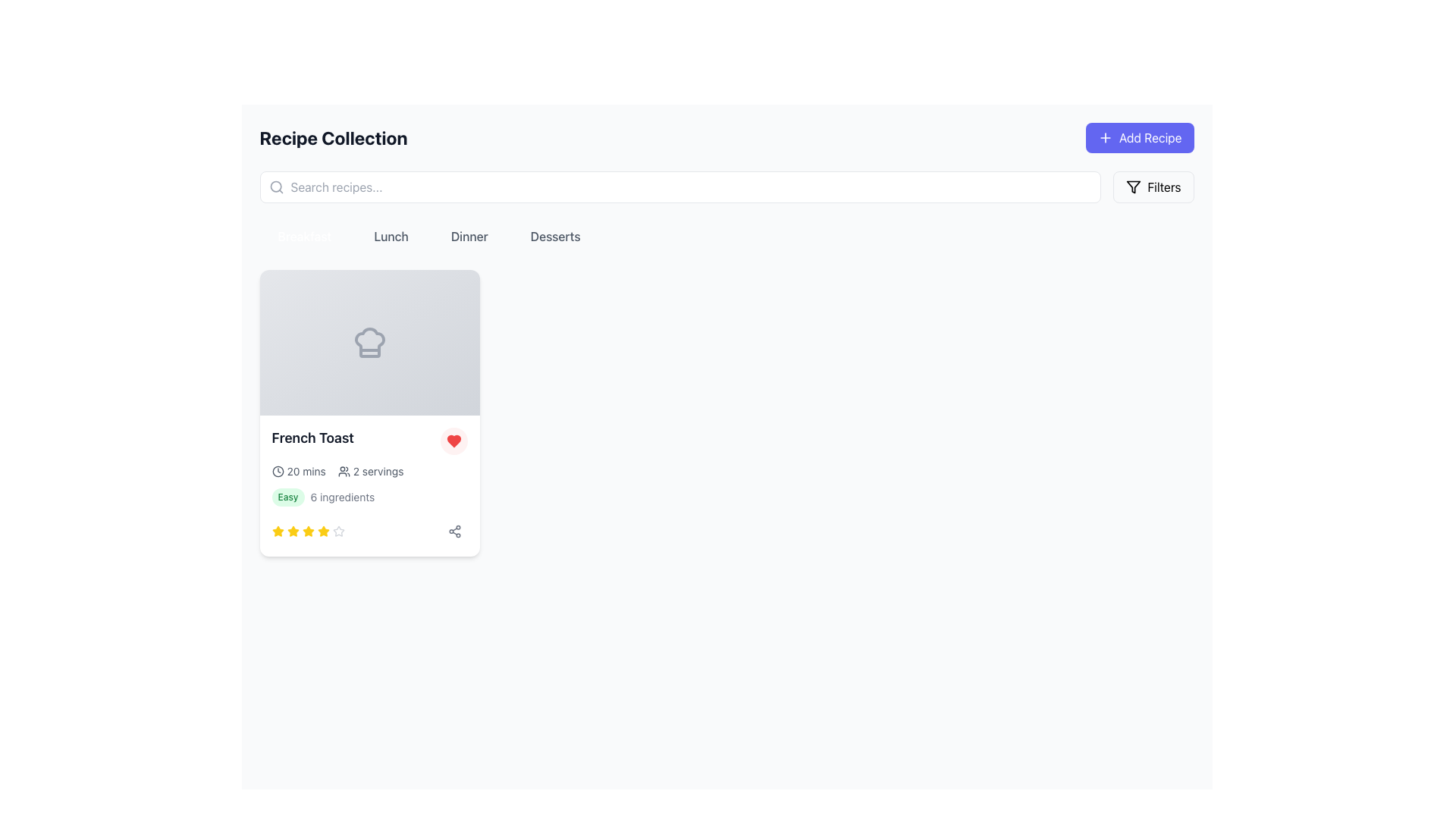  Describe the element at coordinates (322, 530) in the screenshot. I see `the fourth yellow star icon in the rating system under the 'French Toast' recipe card` at that location.